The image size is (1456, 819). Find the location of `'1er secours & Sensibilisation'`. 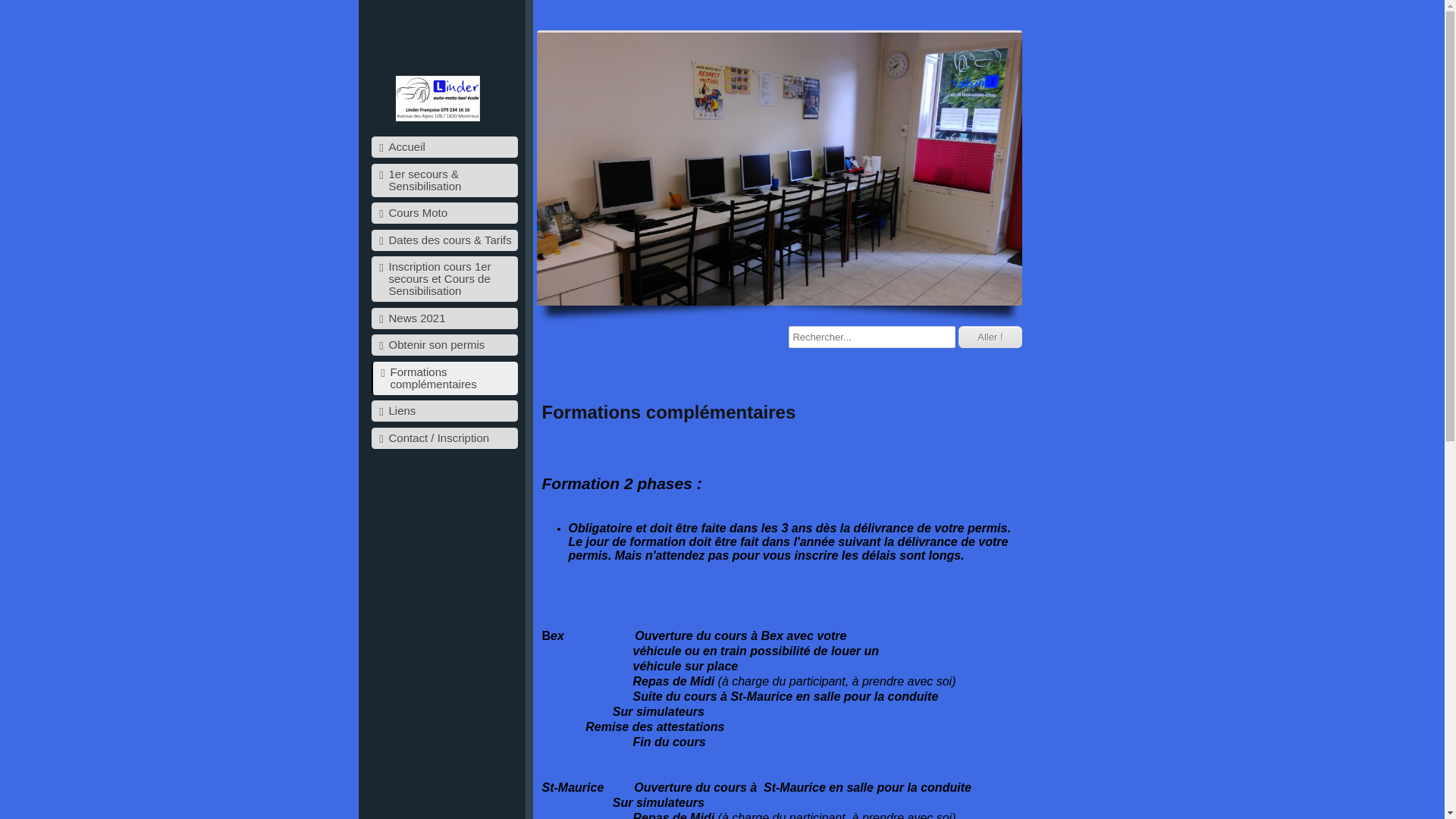

'1er secours & Sensibilisation' is located at coordinates (444, 180).